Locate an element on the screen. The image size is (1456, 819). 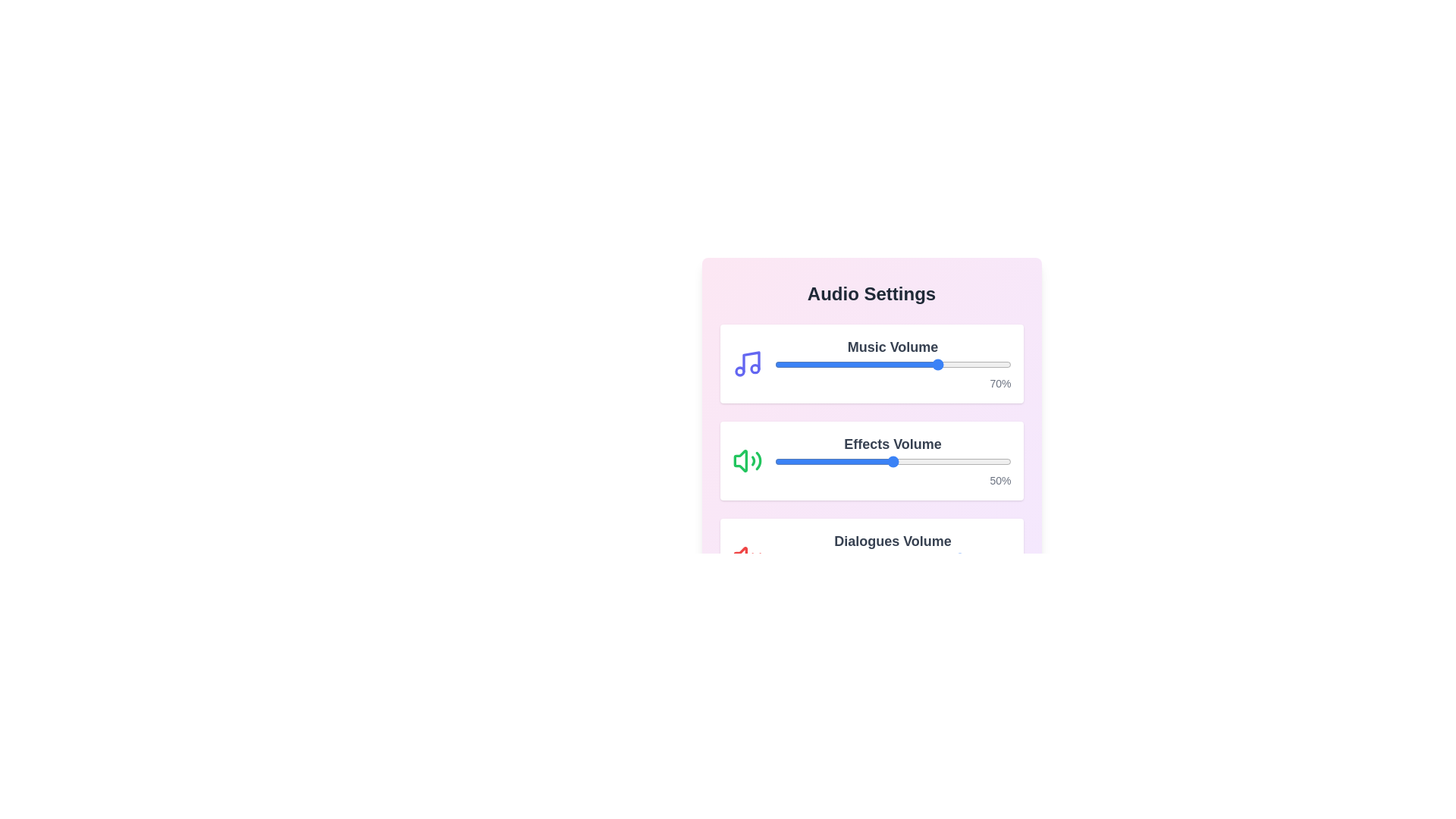
the Dialogues Volume slider to 29% is located at coordinates (843, 558).